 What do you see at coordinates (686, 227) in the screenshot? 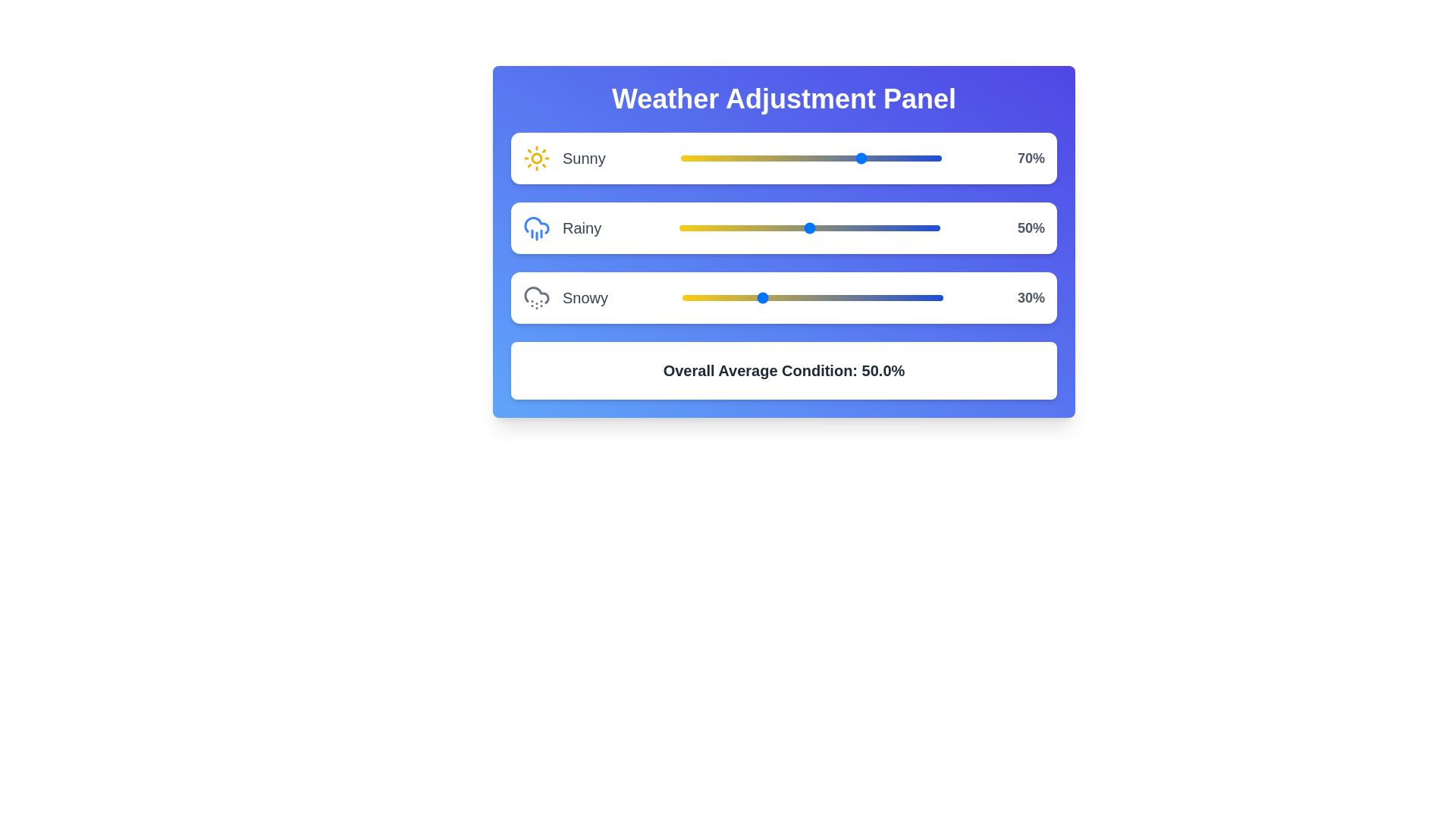
I see `the 'rainy' condition percentage` at bounding box center [686, 227].